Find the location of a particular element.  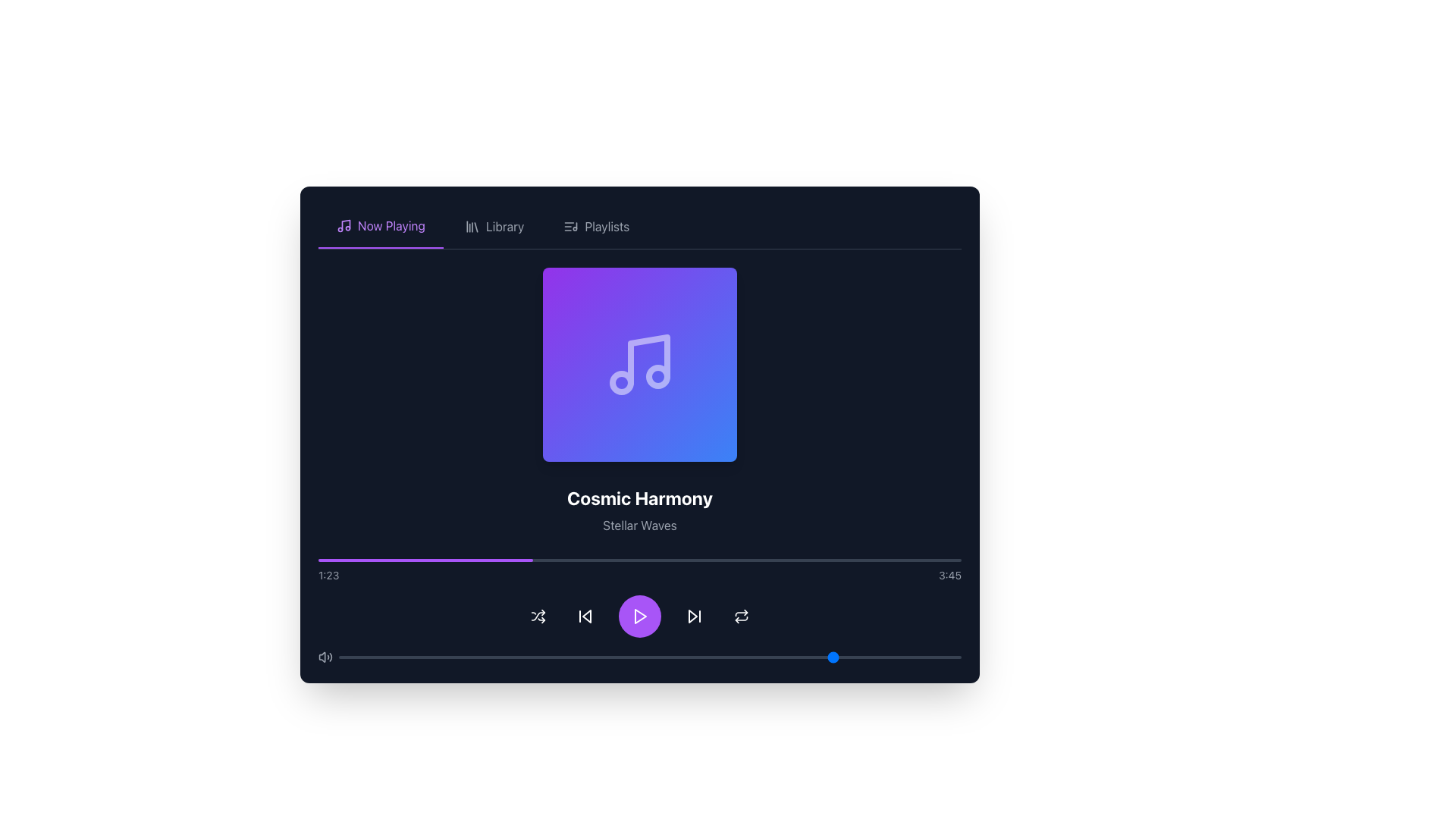

the 'Playlists' navigation link located in the top navigation bar is located at coordinates (607, 227).